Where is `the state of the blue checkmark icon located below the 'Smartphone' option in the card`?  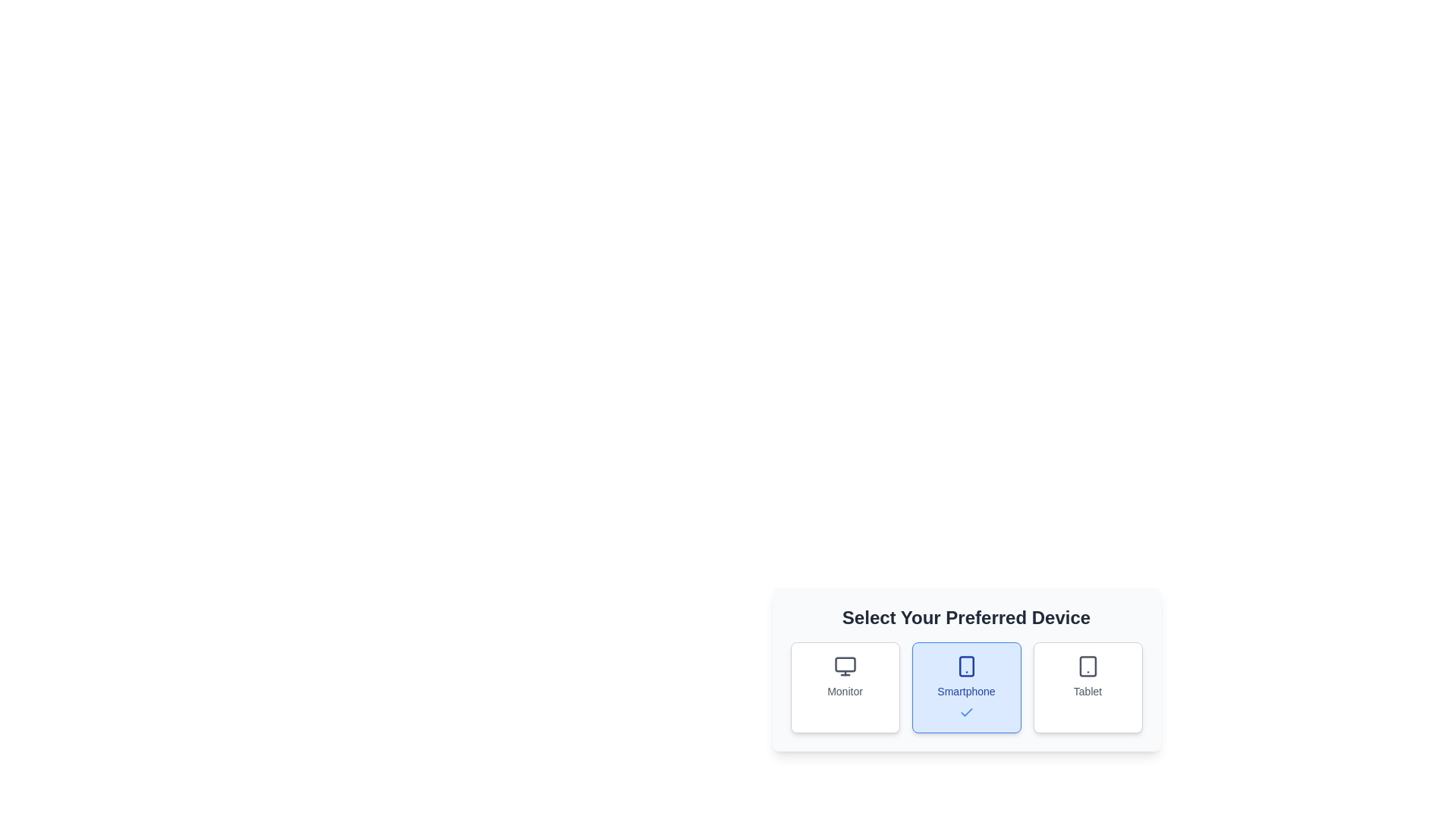
the state of the blue checkmark icon located below the 'Smartphone' option in the card is located at coordinates (965, 713).